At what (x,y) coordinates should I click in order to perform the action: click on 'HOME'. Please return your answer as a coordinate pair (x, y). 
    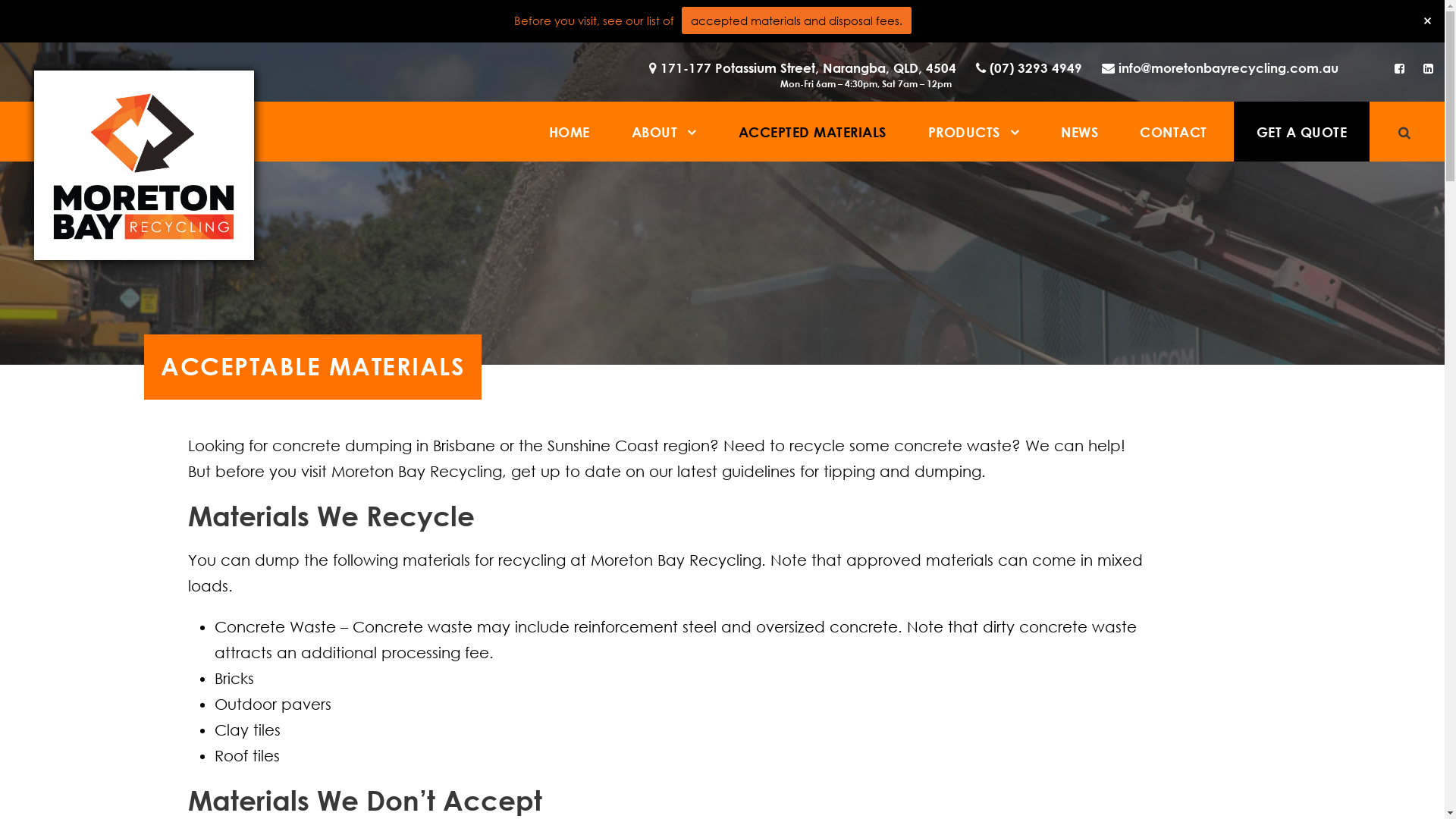
    Looking at the image, I should click on (568, 130).